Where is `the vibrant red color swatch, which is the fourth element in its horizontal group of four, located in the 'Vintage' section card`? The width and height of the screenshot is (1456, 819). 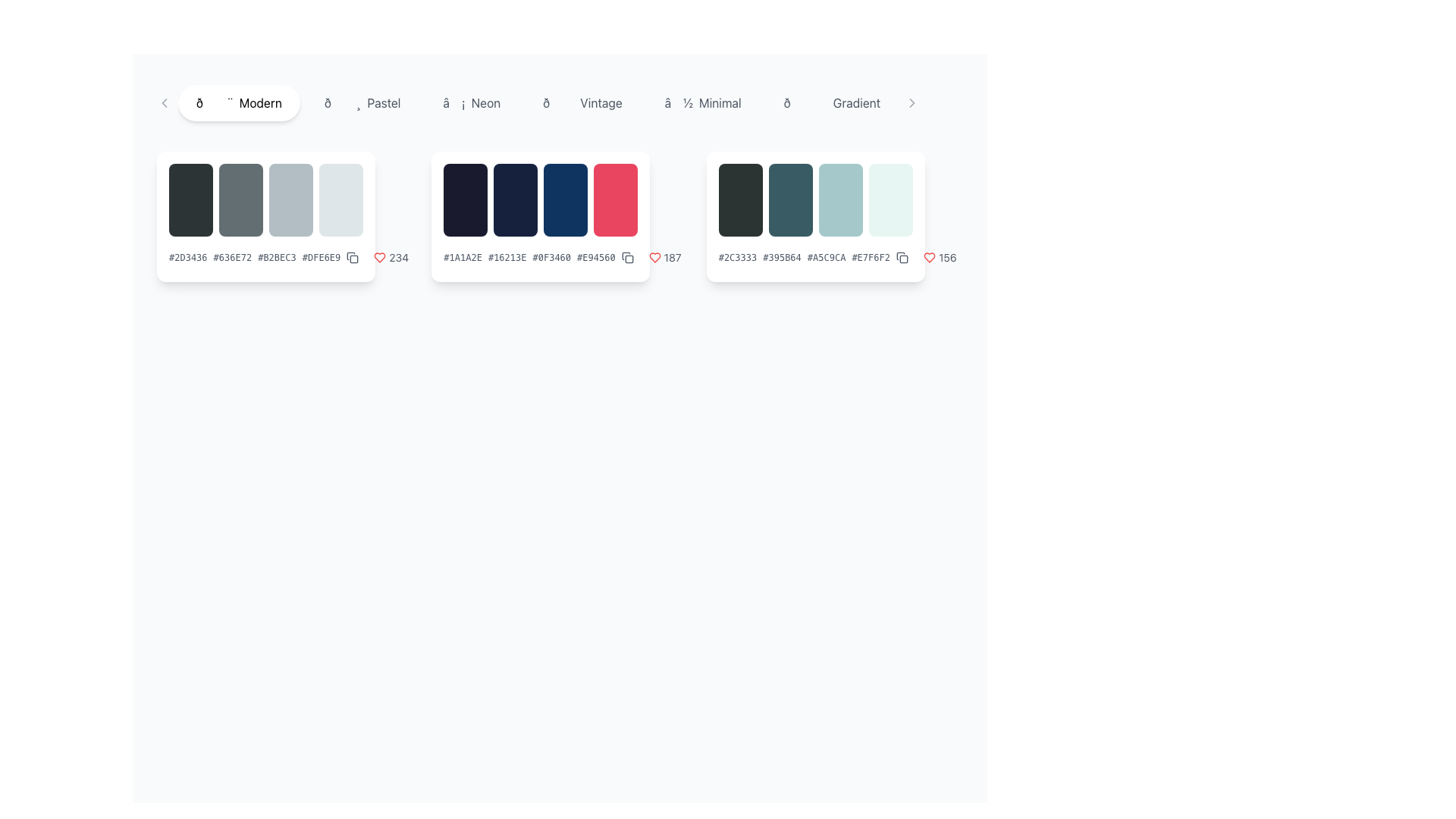 the vibrant red color swatch, which is the fourth element in its horizontal group of four, located in the 'Vintage' section card is located at coordinates (616, 199).